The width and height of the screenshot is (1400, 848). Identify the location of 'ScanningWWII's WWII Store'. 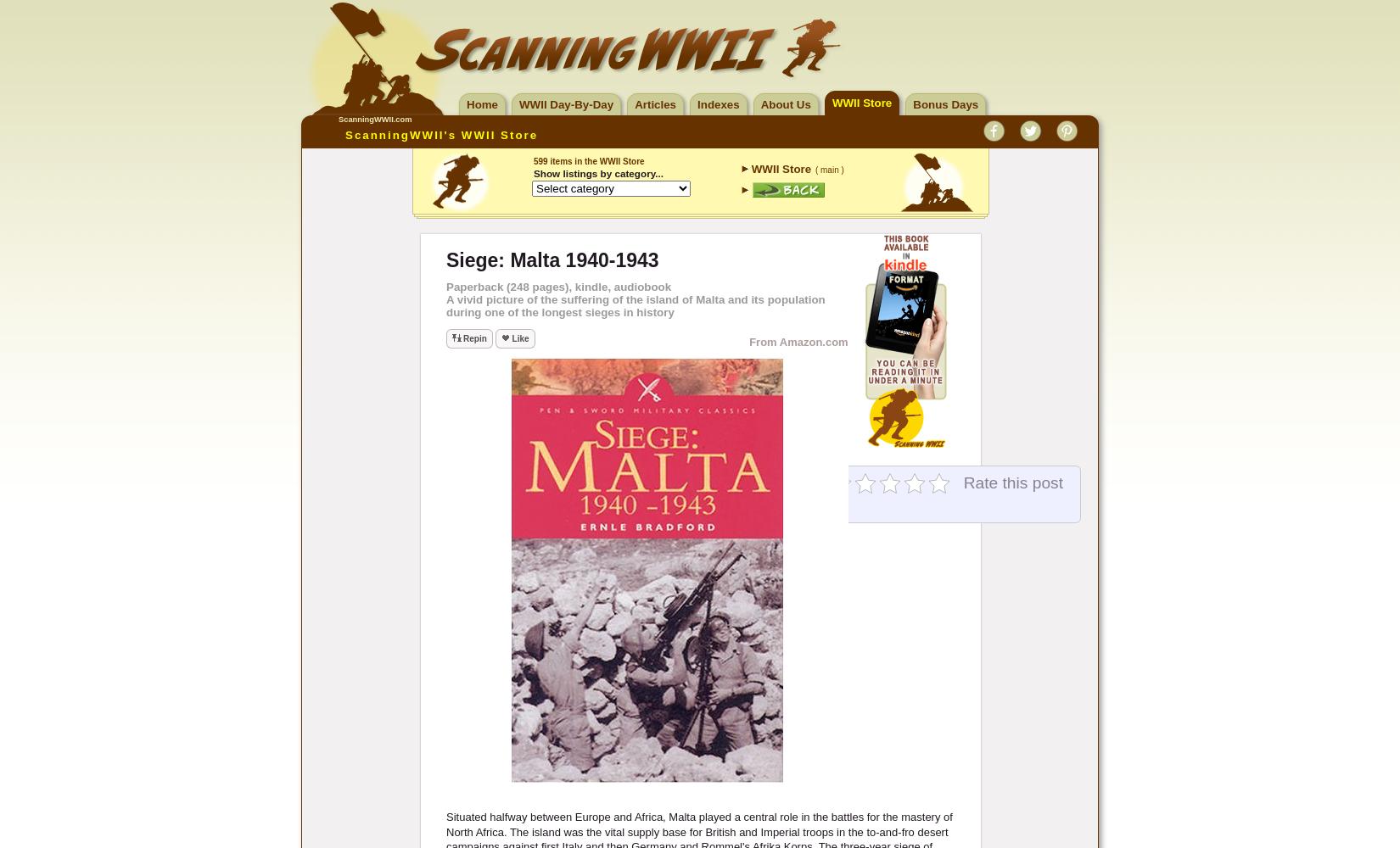
(440, 135).